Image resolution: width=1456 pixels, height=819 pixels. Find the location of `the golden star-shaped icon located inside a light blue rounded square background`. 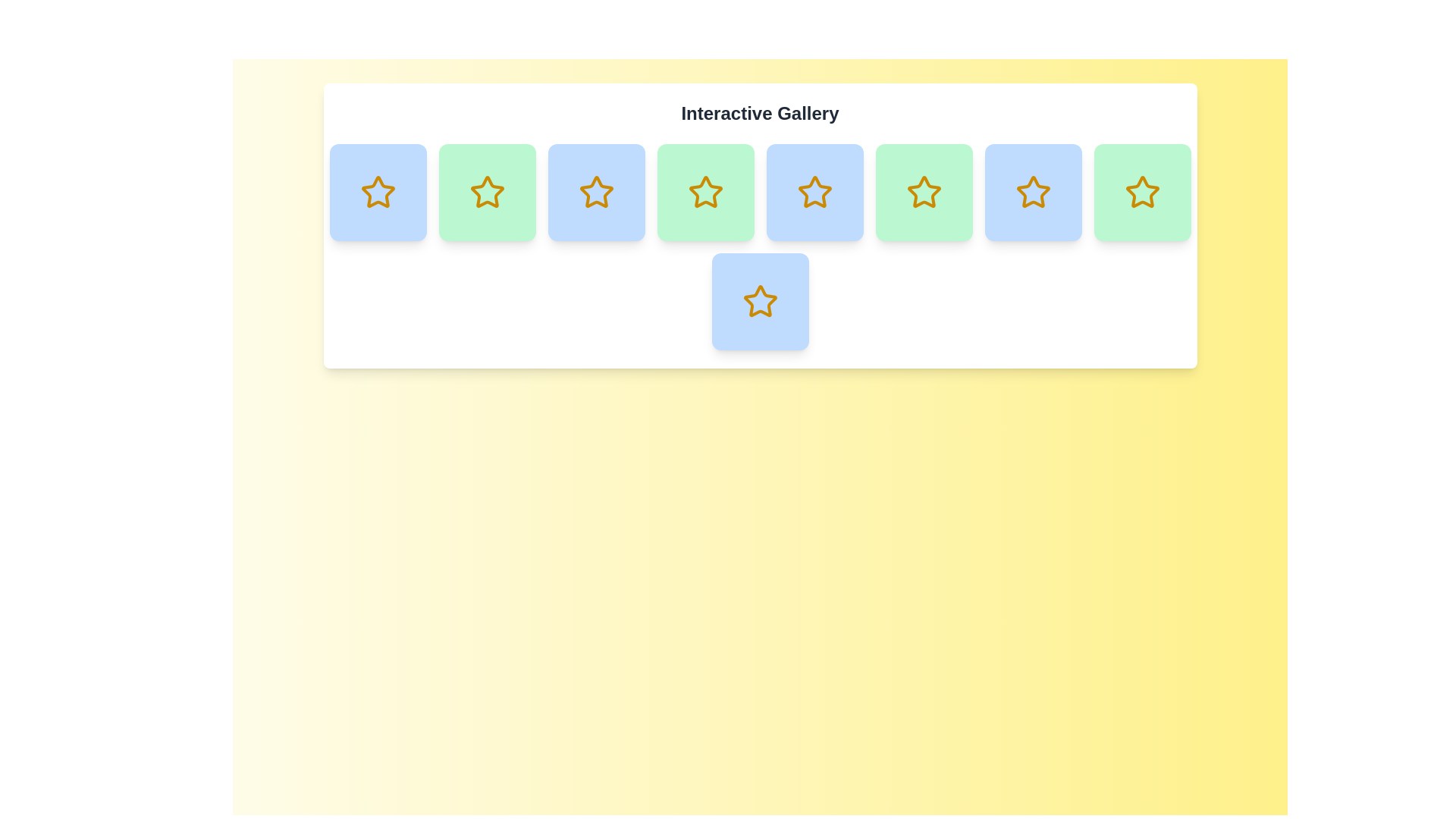

the golden star-shaped icon located inside a light blue rounded square background is located at coordinates (378, 192).